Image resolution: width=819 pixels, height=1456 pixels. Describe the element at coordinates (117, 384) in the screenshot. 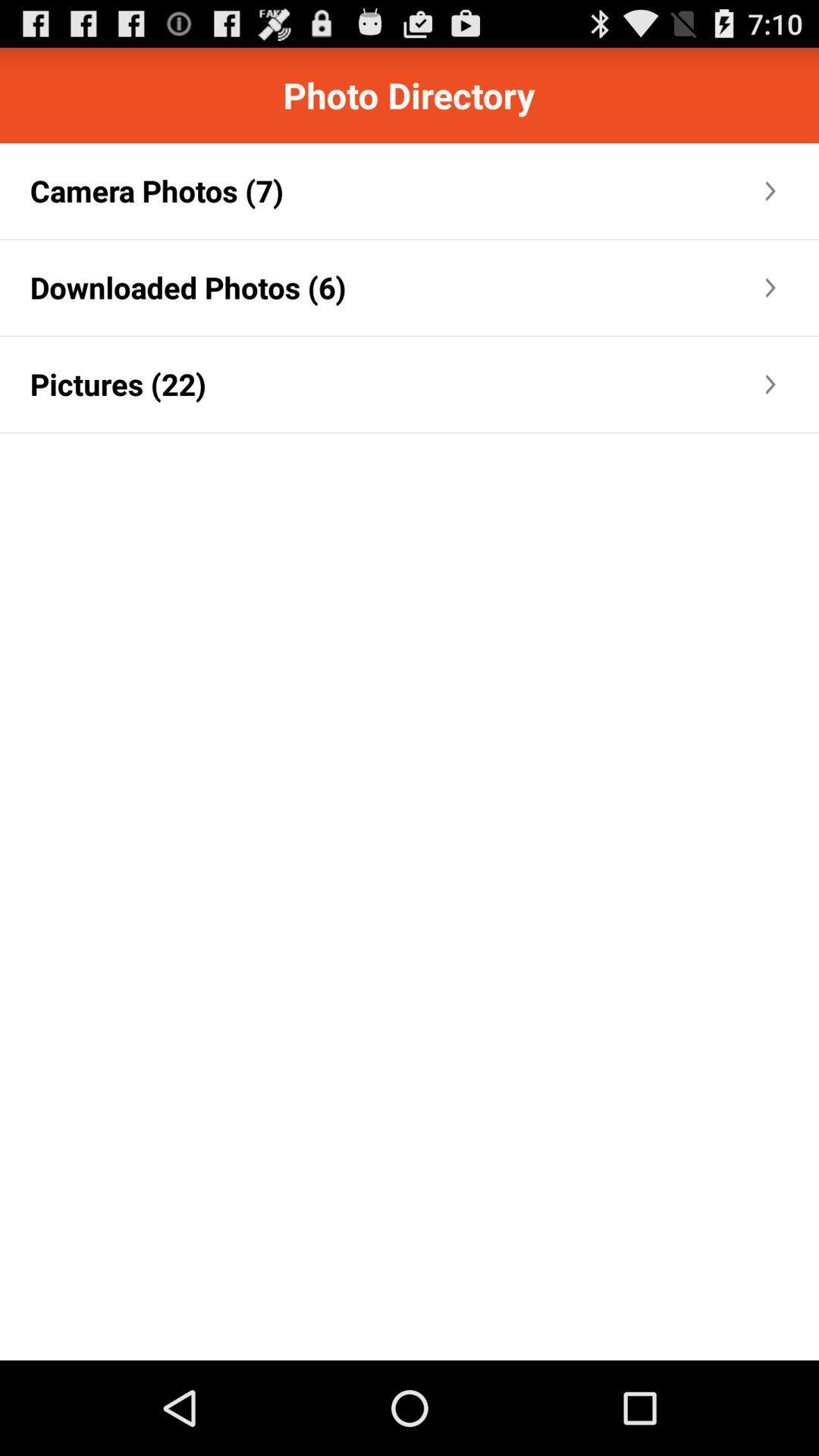

I see `the pictures (22) app` at that location.